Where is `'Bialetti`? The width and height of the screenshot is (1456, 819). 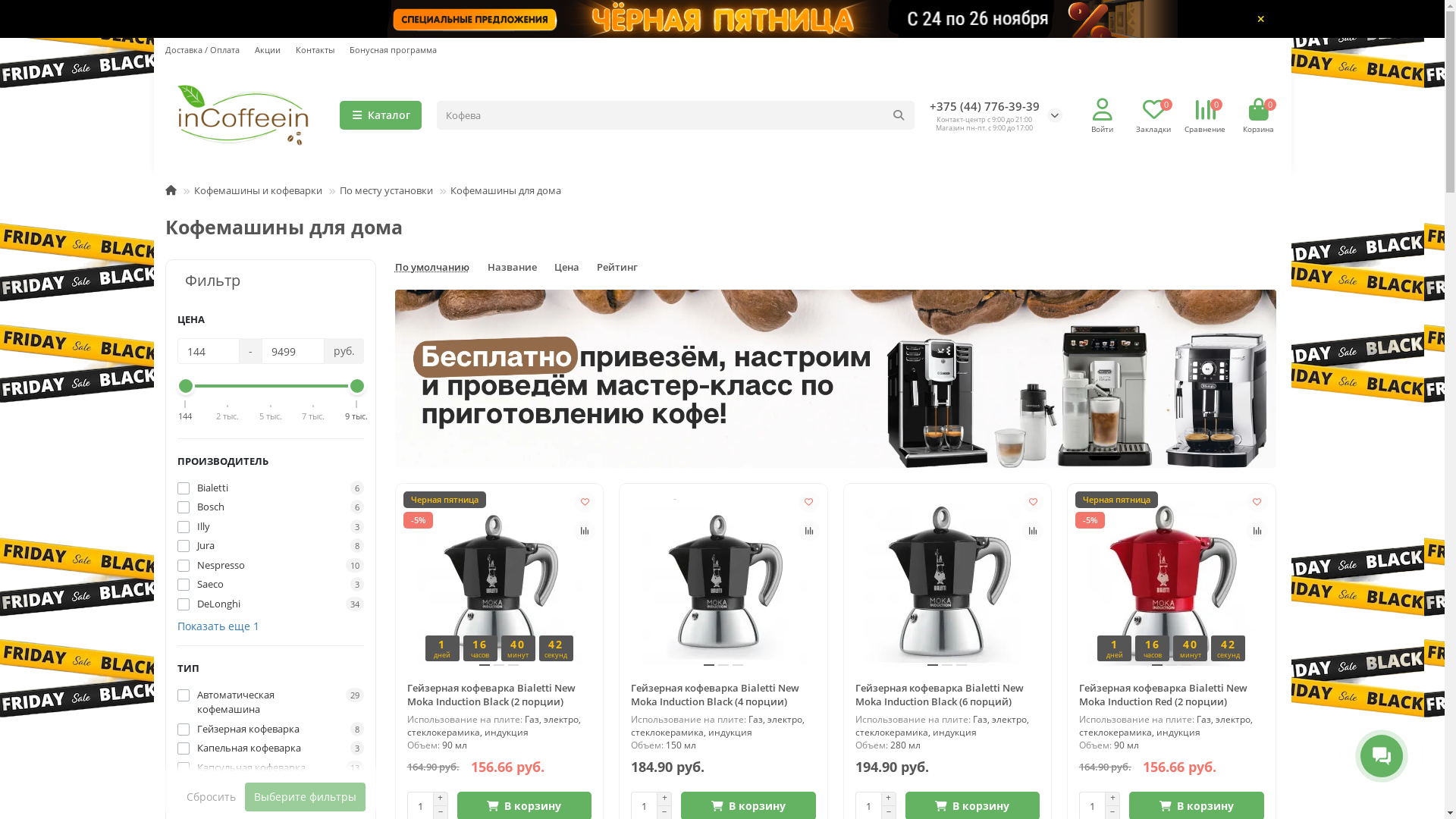
'Bialetti is located at coordinates (270, 488).